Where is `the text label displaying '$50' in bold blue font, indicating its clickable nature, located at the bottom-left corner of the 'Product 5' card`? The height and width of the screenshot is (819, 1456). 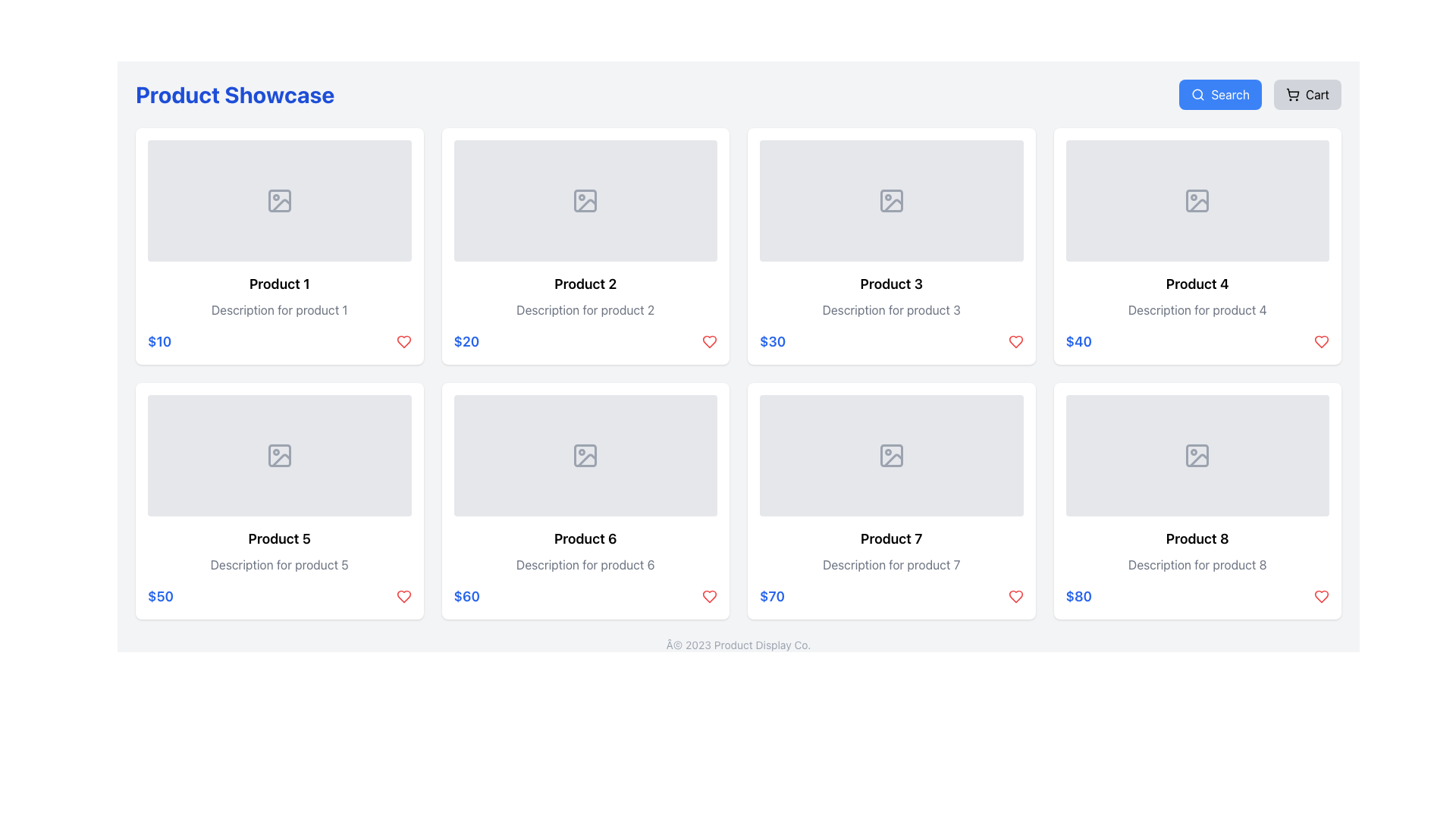
the text label displaying '$50' in bold blue font, indicating its clickable nature, located at the bottom-left corner of the 'Product 5' card is located at coordinates (160, 595).